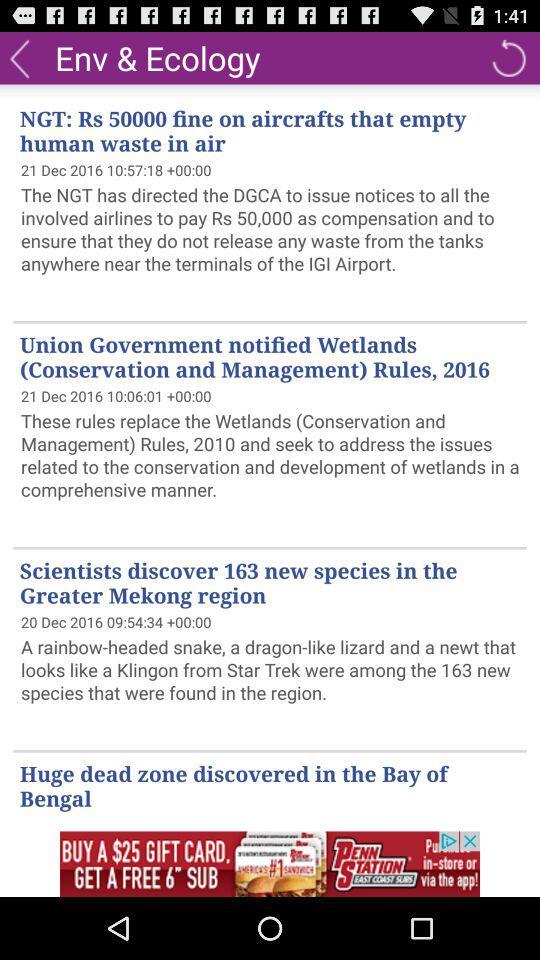  What do you see at coordinates (18, 56) in the screenshot?
I see `go back` at bounding box center [18, 56].